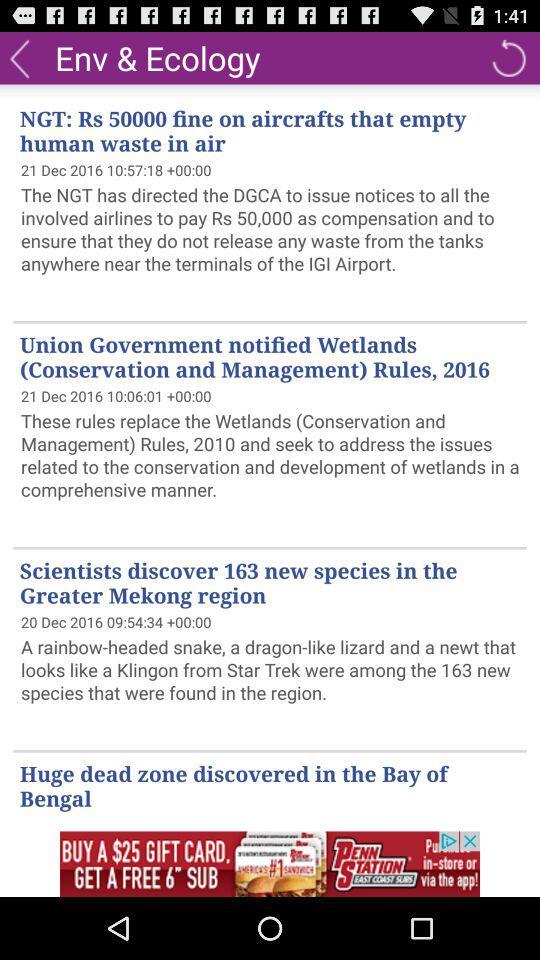  What do you see at coordinates (18, 56) in the screenshot?
I see `go back` at bounding box center [18, 56].